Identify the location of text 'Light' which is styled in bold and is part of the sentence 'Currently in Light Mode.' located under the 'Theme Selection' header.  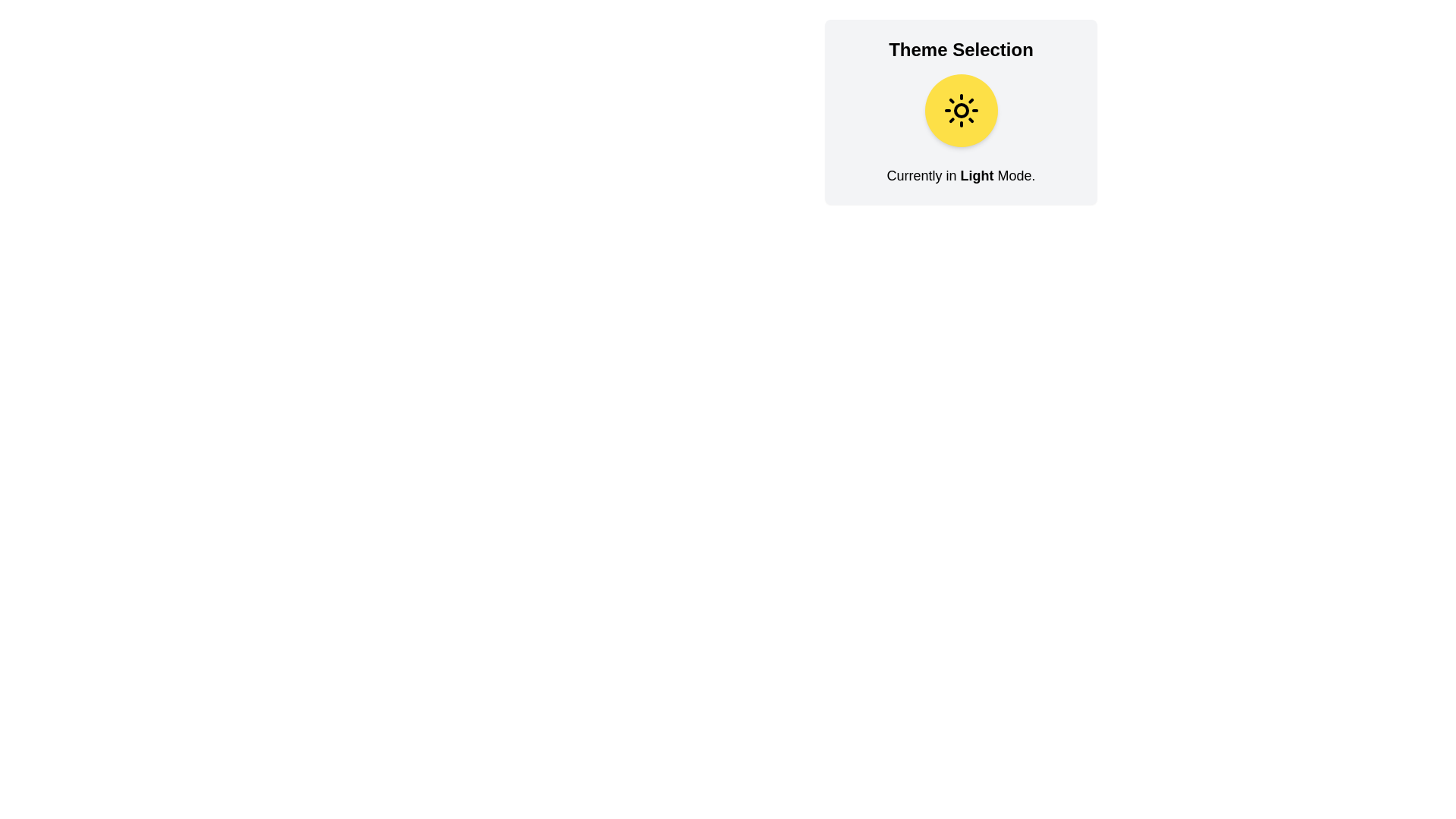
(977, 174).